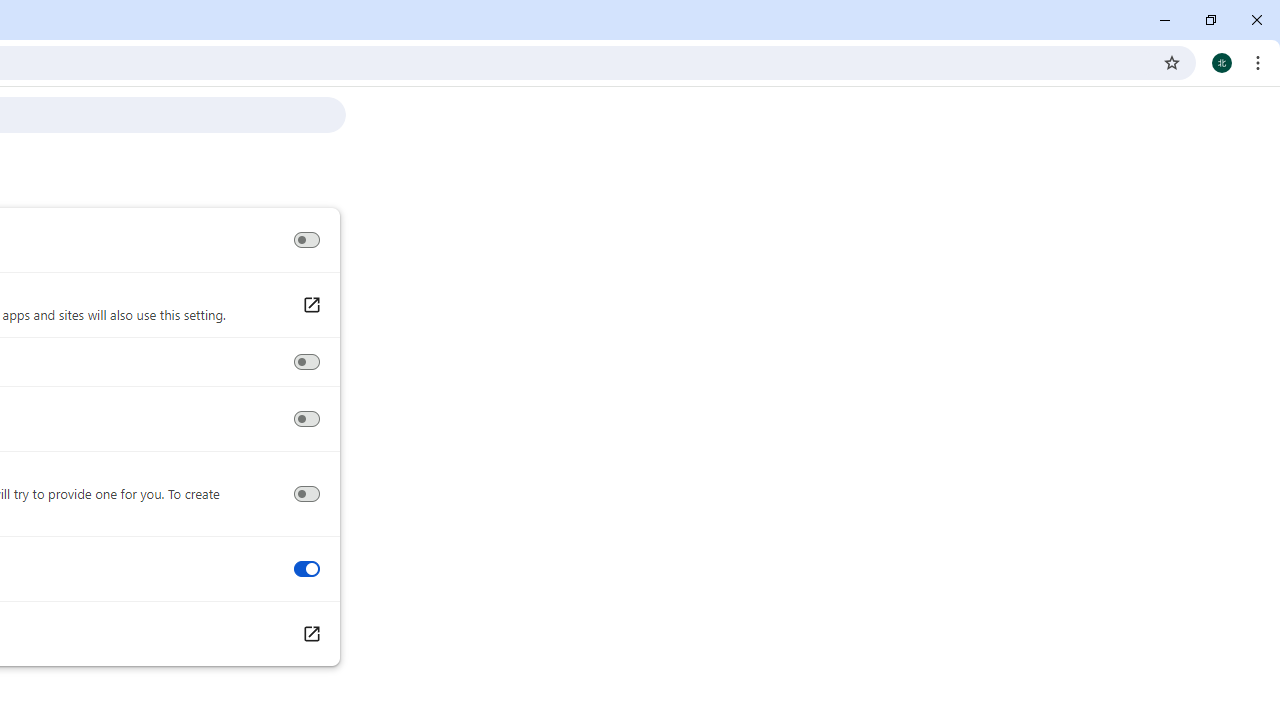 This screenshot has height=720, width=1280. Describe the element at coordinates (310, 634) in the screenshot. I see `'Add accessibility features Open Chrome Web Store'` at that location.